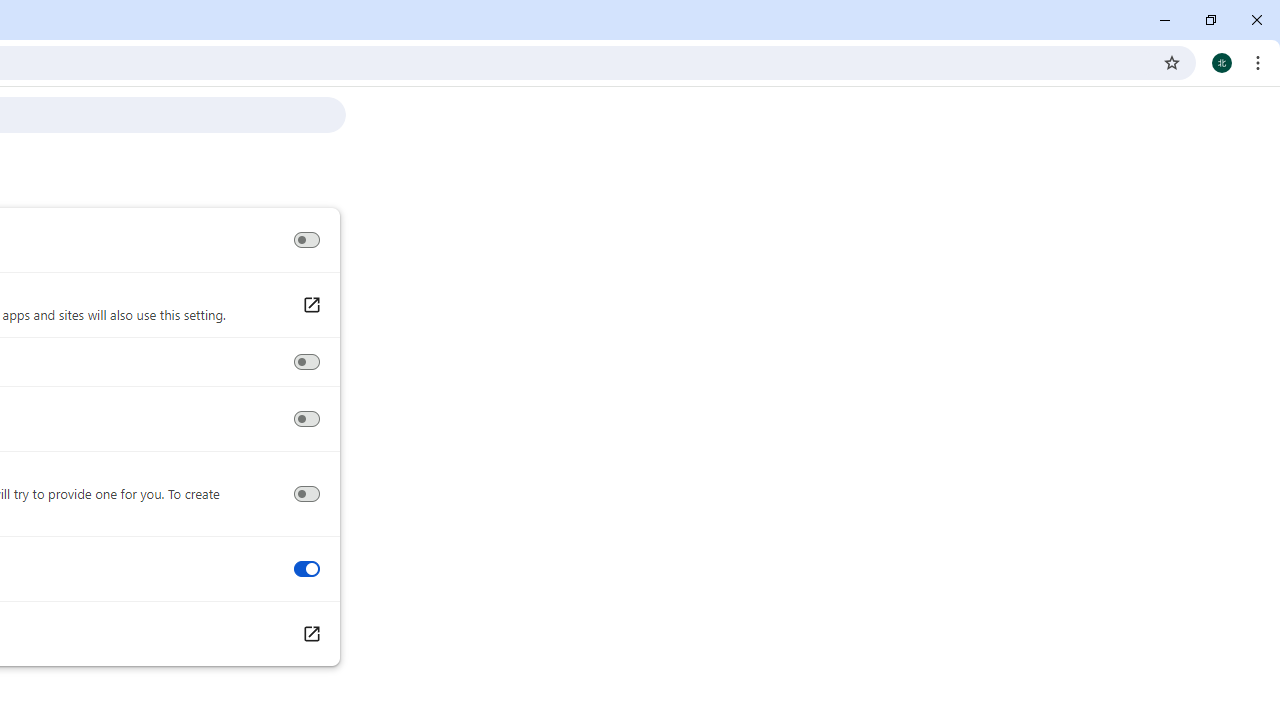 This screenshot has height=720, width=1280. Describe the element at coordinates (310, 634) in the screenshot. I see `'Add accessibility features Open Chrome Web Store'` at that location.